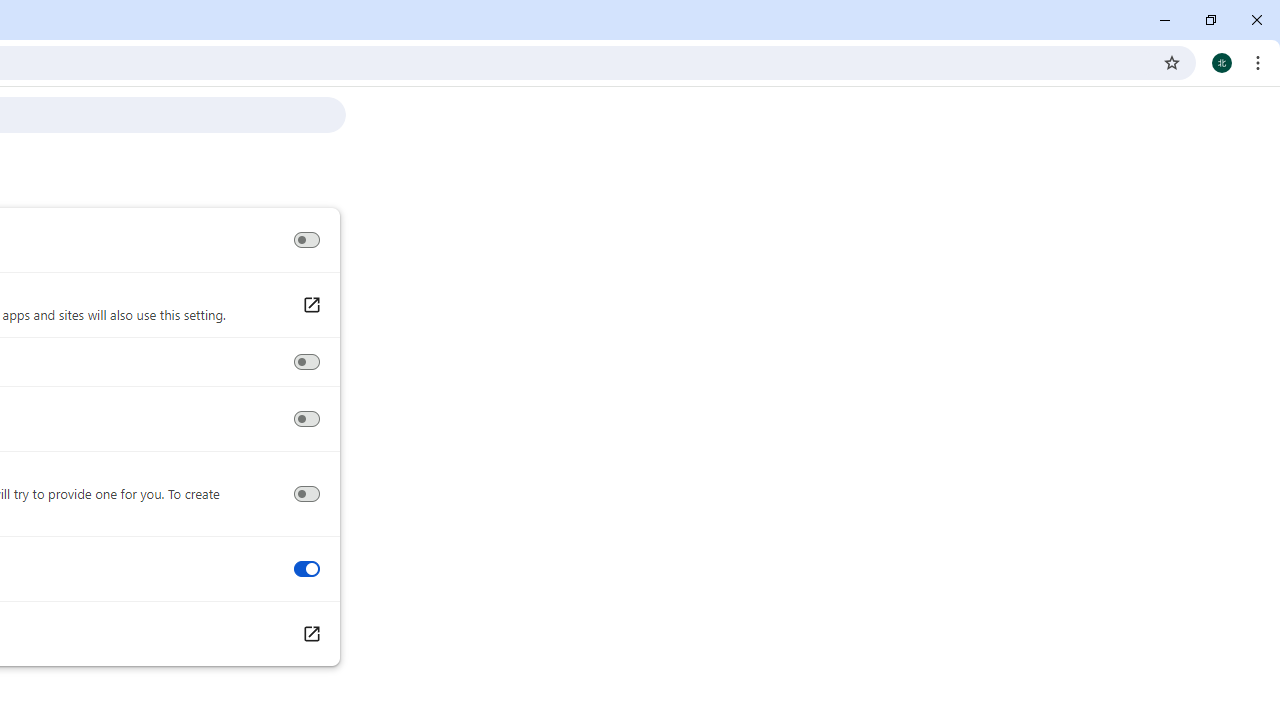 This screenshot has height=720, width=1280. Describe the element at coordinates (310, 634) in the screenshot. I see `'Add accessibility features Open Chrome Web Store'` at that location.